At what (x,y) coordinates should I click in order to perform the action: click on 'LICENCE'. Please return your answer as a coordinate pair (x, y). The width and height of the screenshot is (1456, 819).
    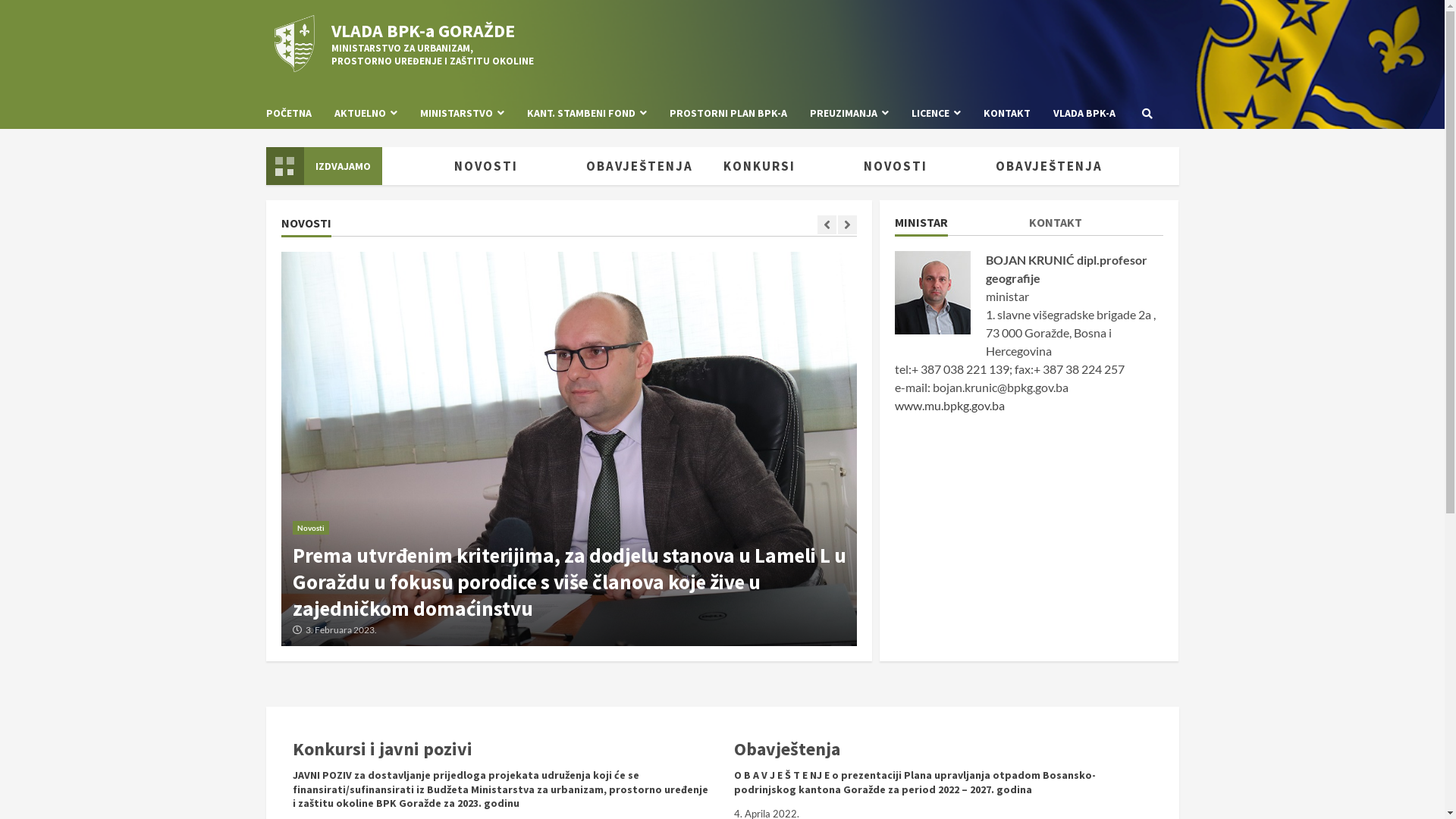
    Looking at the image, I should click on (899, 112).